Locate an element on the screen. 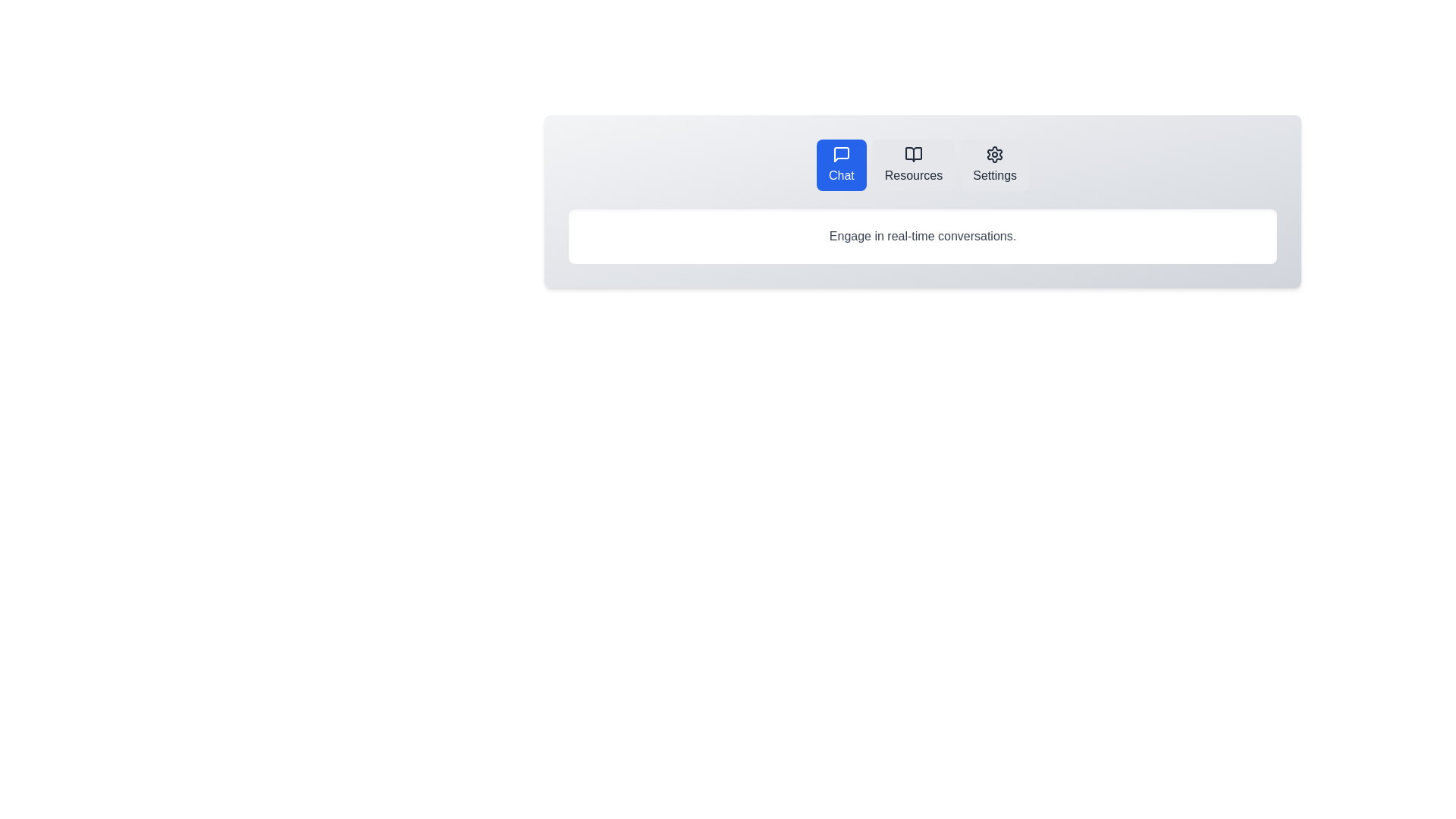 This screenshot has width=1456, height=819. the small, square-shaped icon resembling a speech bubble with a blue background and white outline, which is located within the 'Chat' button at the top-left of the navigation items is located at coordinates (840, 155).